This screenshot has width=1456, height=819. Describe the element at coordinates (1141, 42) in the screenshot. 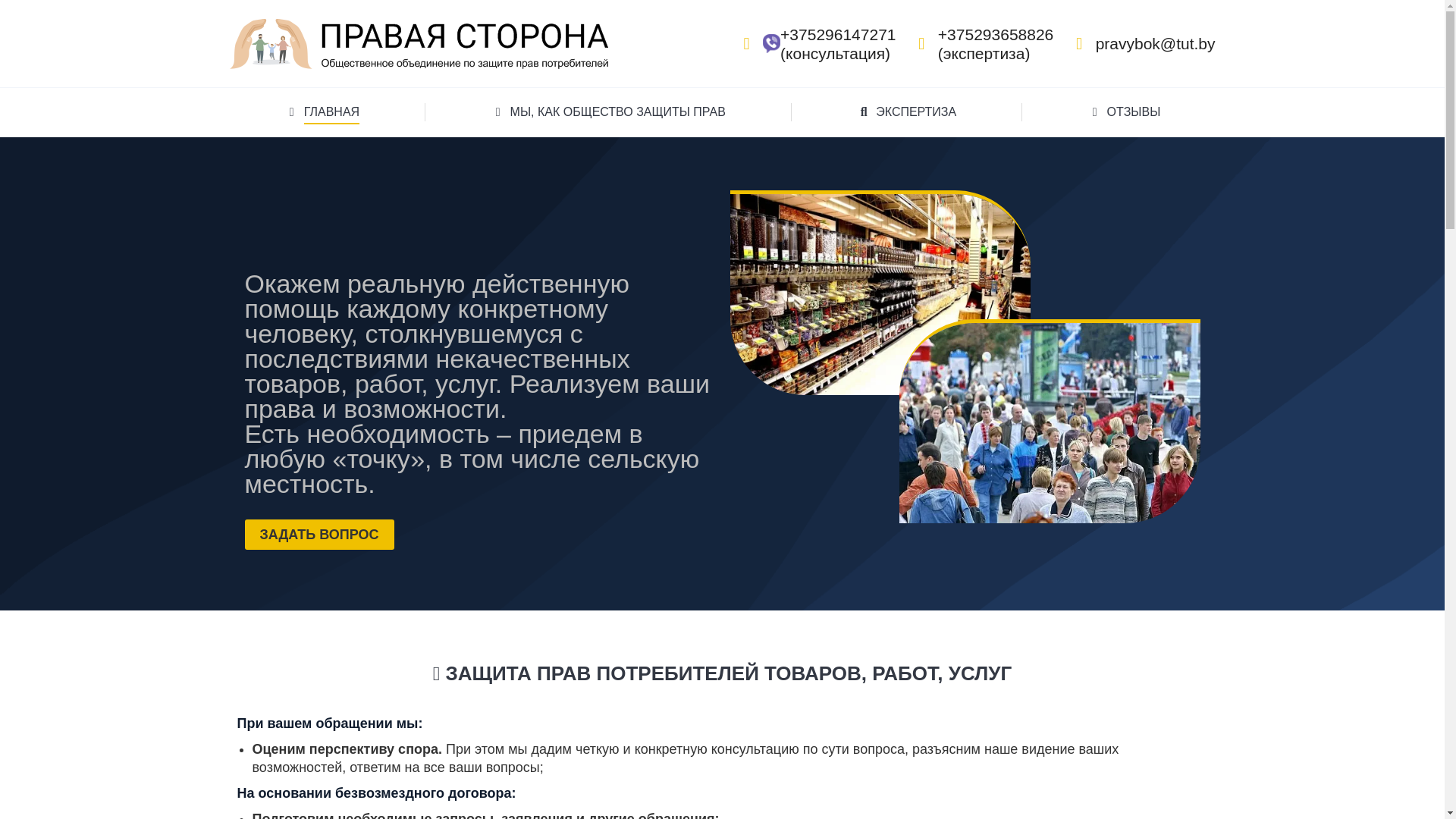

I see `'pravybok@tut.by'` at that location.